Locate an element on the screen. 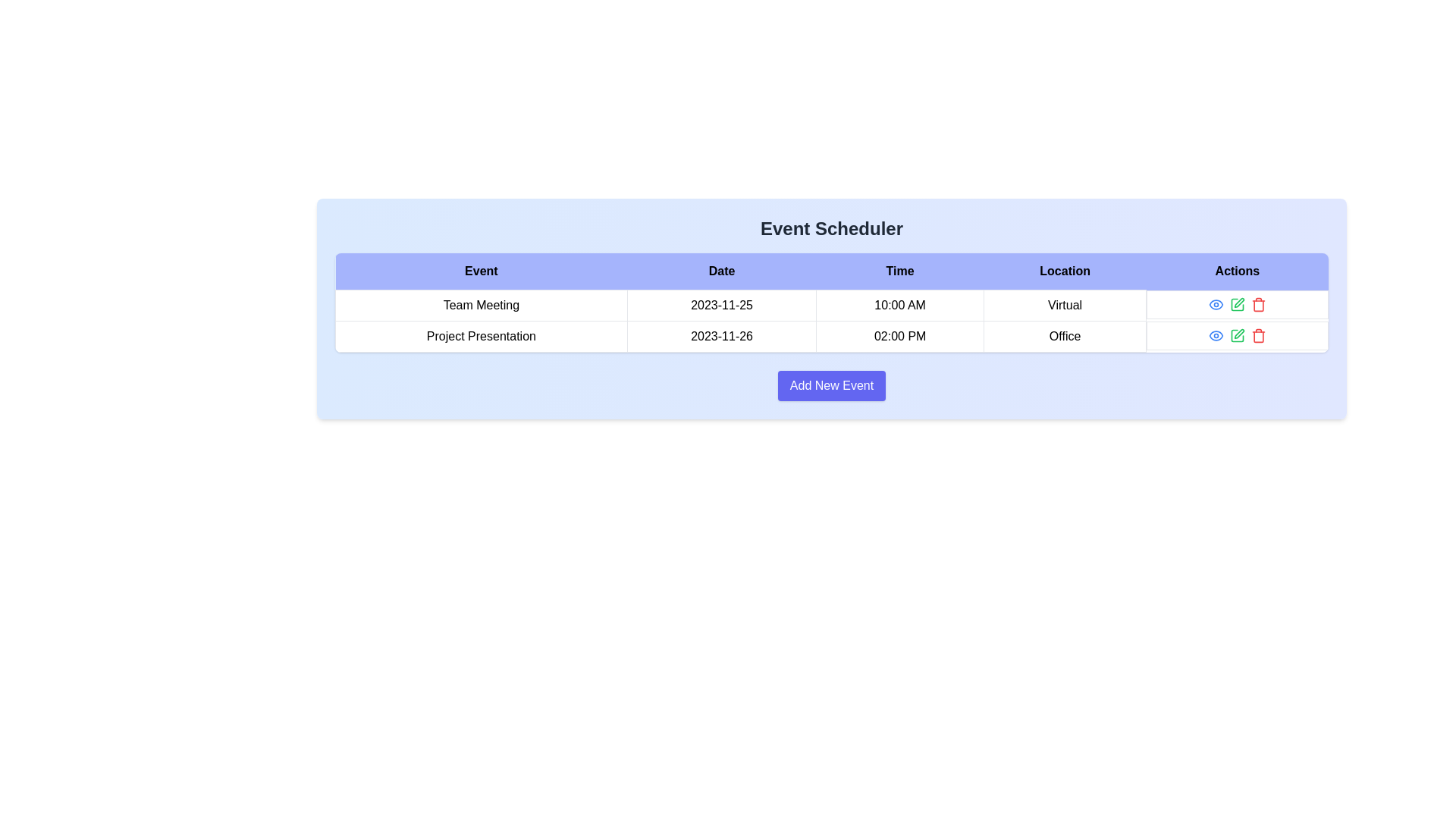 The image size is (1456, 819). the Text Label displaying the location of the event 'Project Presentation' on 2023-11-26 at 02:00 PM in the fourth cell of the 'Location' column in the table is located at coordinates (1064, 335).